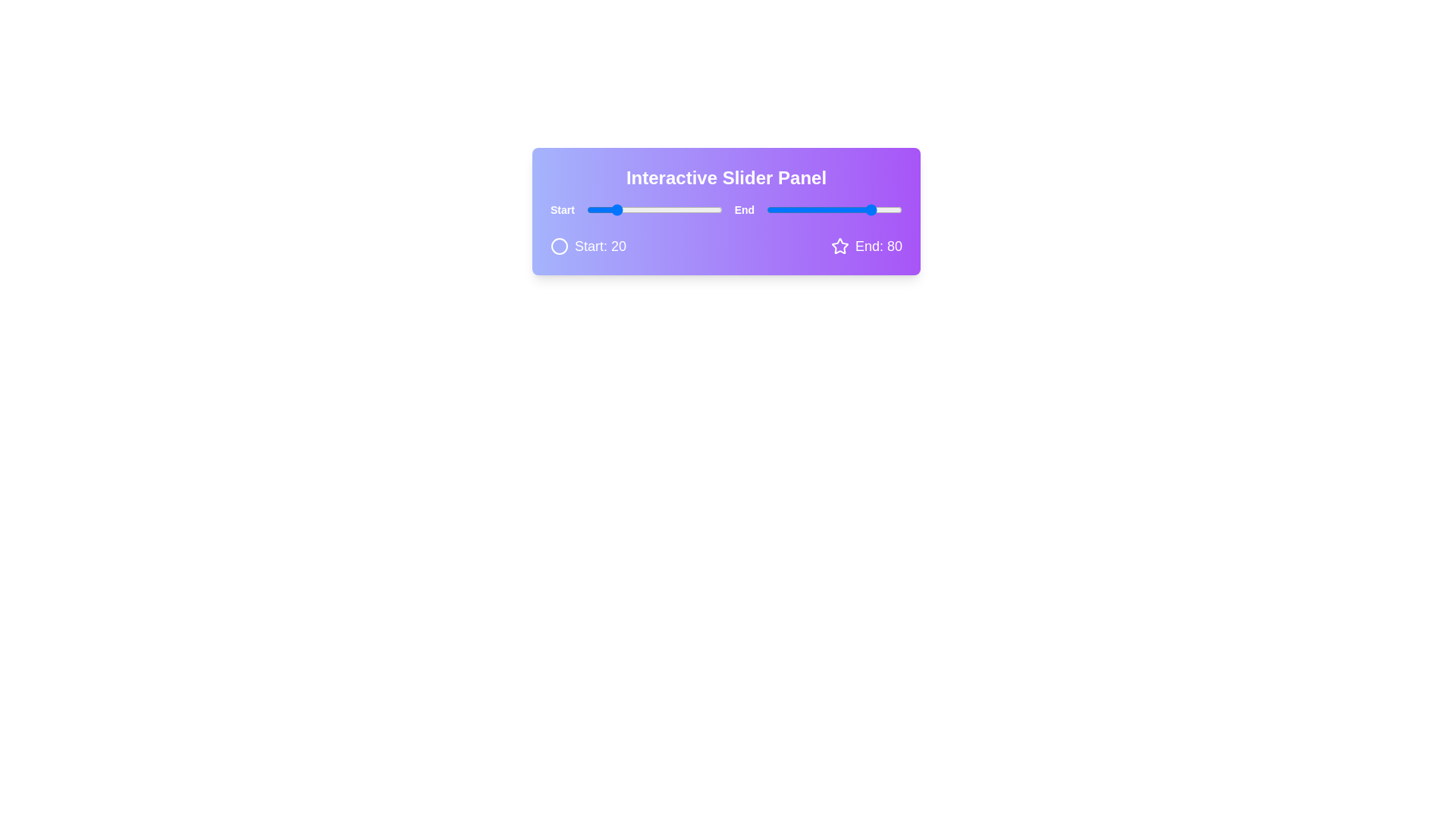  Describe the element at coordinates (613, 210) in the screenshot. I see `slider value` at that location.